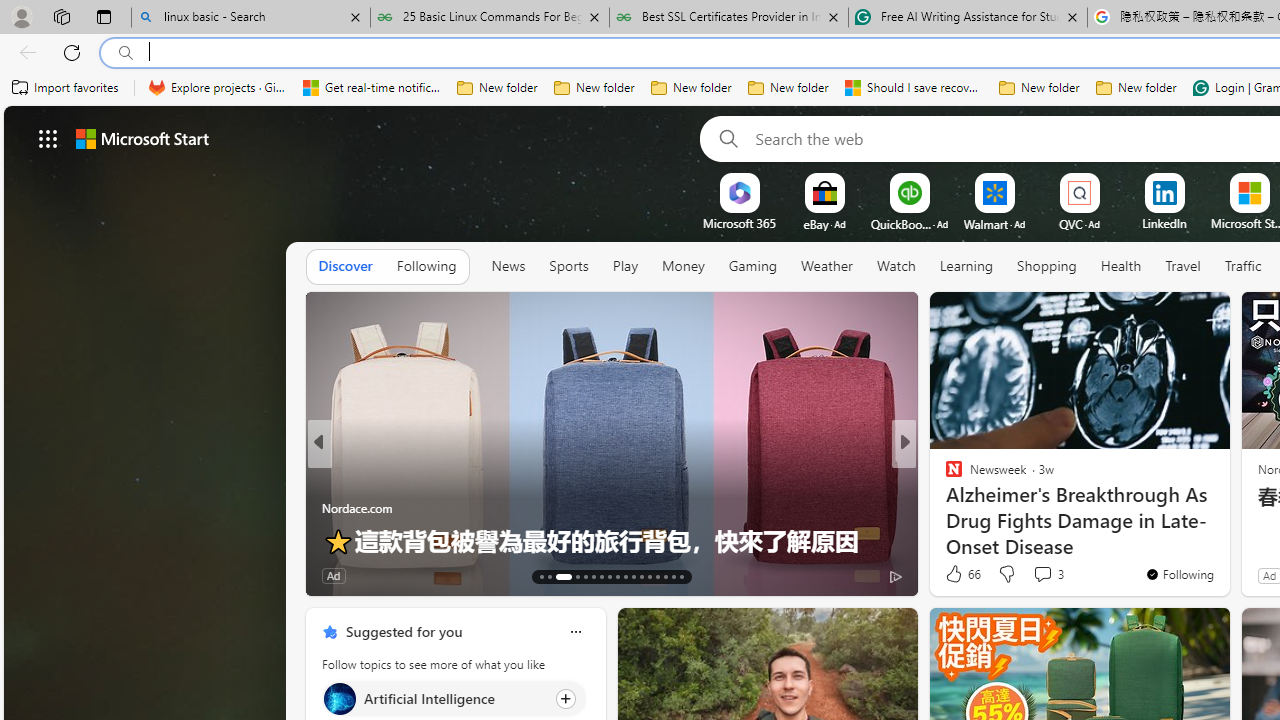 The image size is (1280, 720). I want to click on 'Weather', so click(826, 265).